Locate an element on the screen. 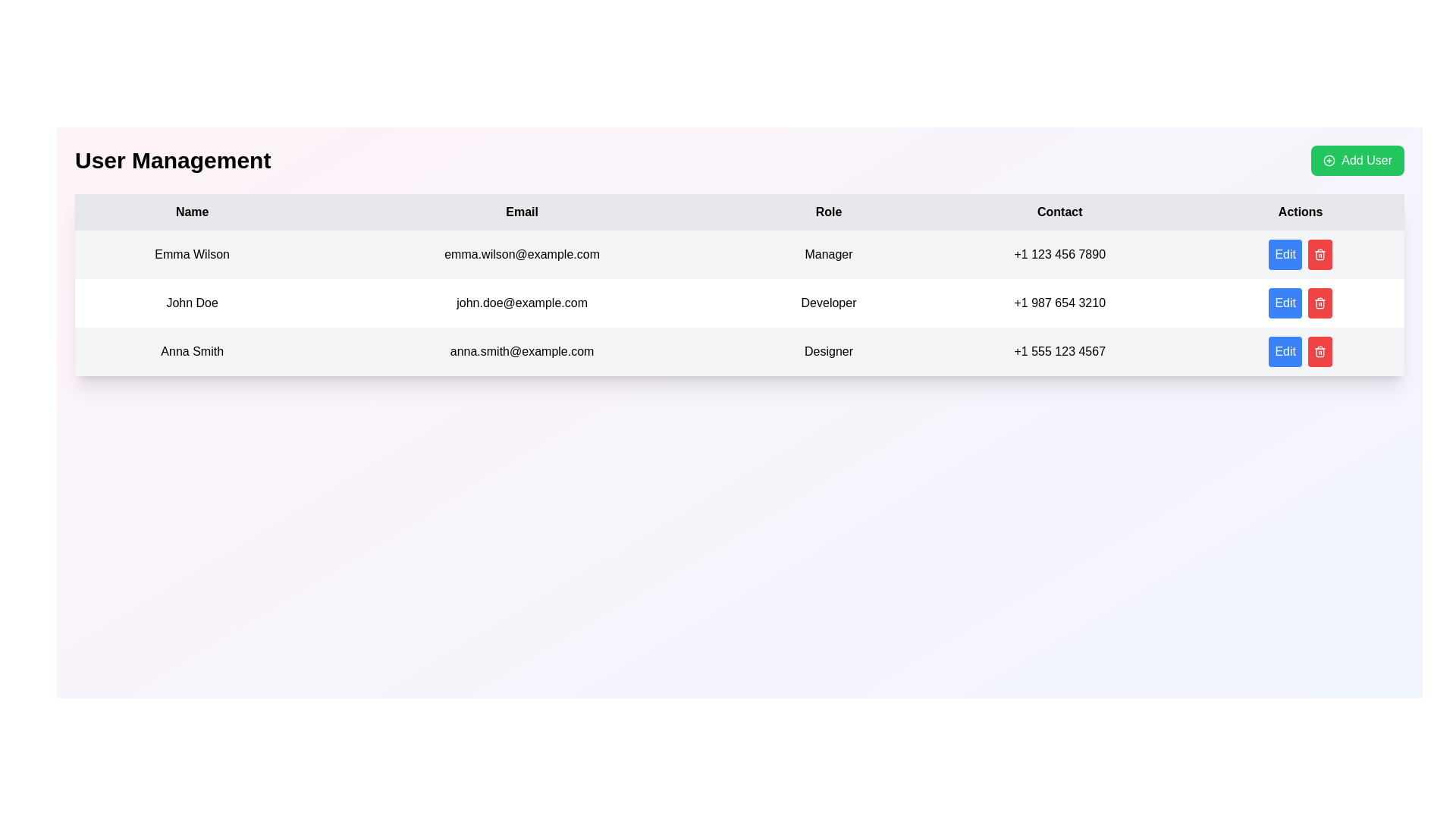 This screenshot has height=819, width=1456. the 'Contact' Label in the user management table for 'Anna Smith', which displays phone contact information is located at coordinates (1059, 351).